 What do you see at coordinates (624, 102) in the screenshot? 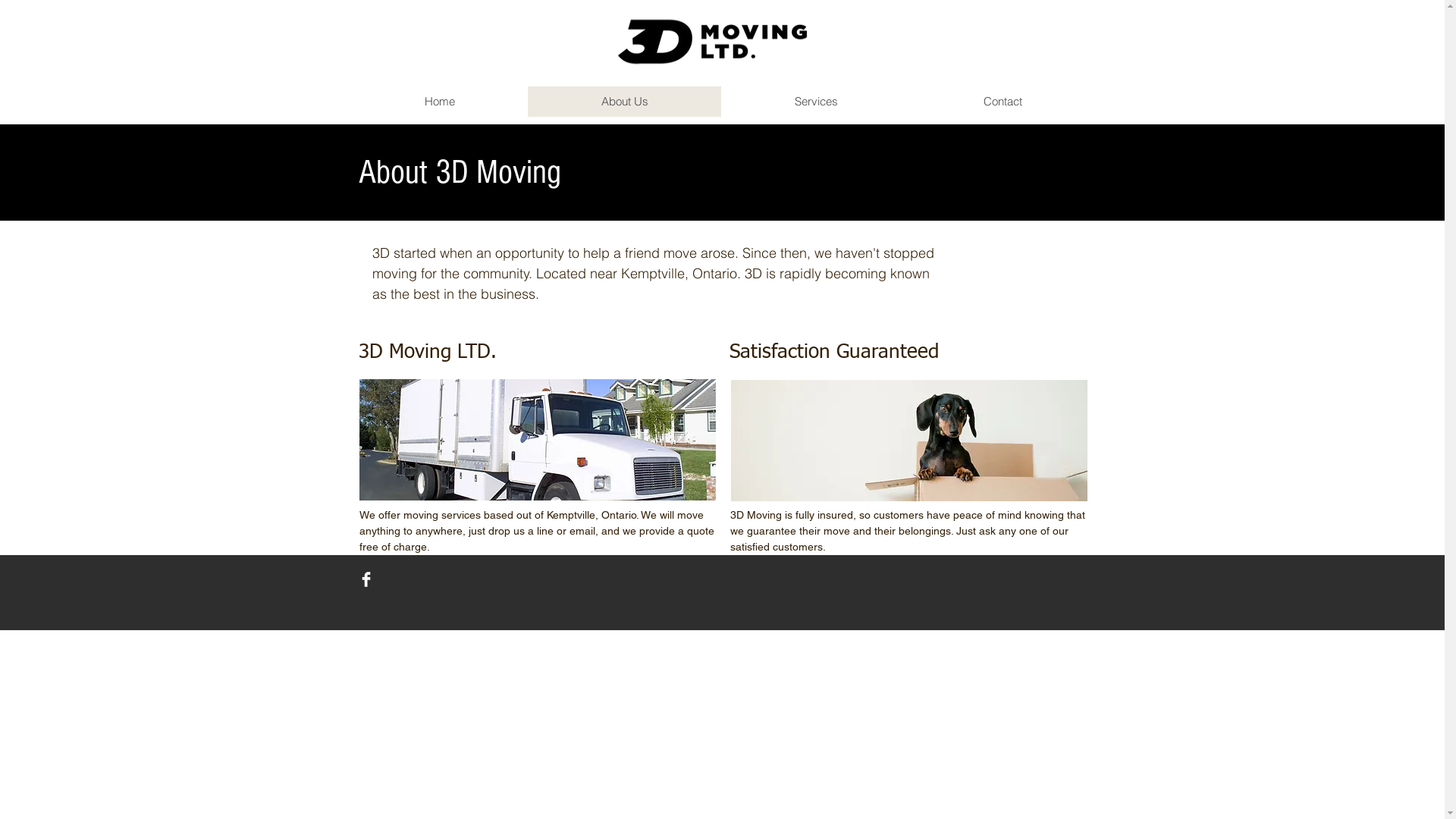
I see `'About Us'` at bounding box center [624, 102].